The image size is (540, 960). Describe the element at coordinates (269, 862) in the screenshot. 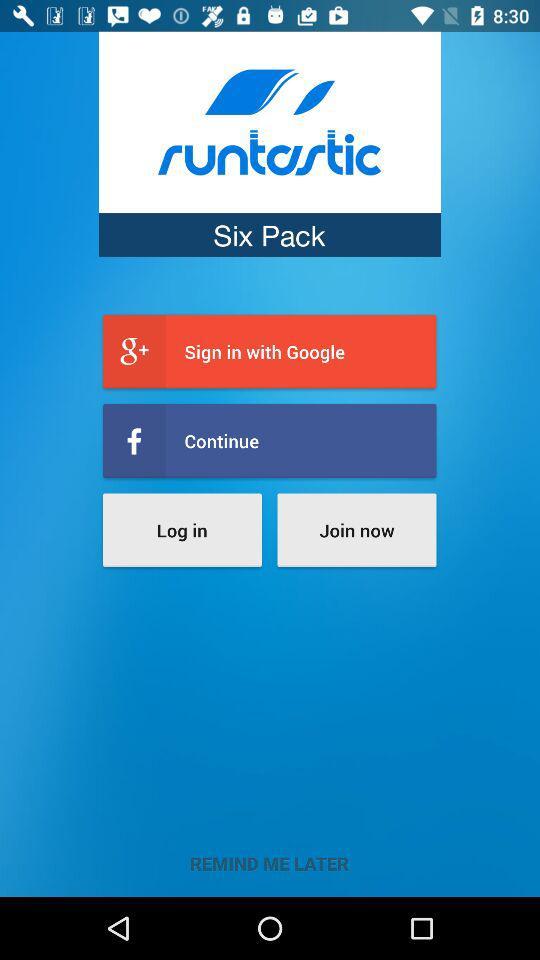

I see `remind me later item` at that location.